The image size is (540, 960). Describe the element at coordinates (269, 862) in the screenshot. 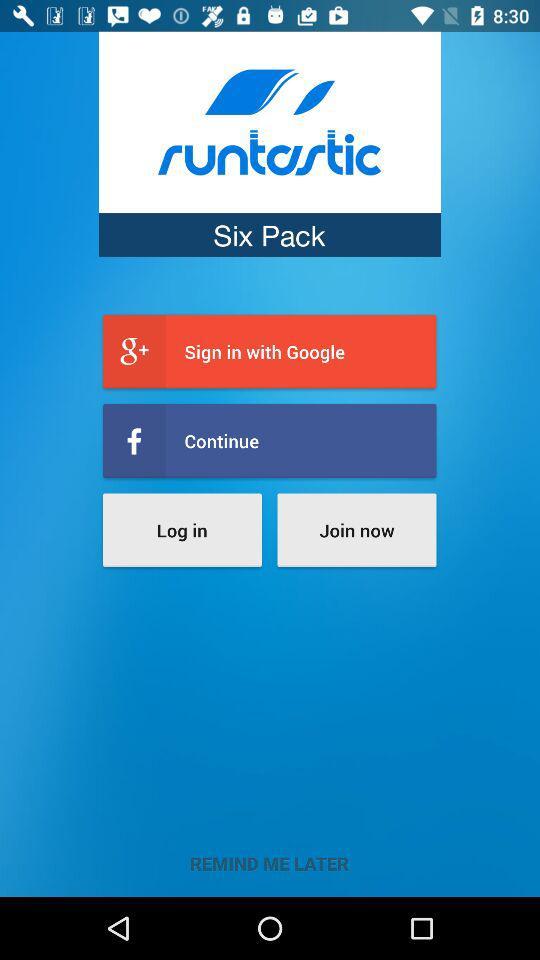

I see `remind me later item` at that location.